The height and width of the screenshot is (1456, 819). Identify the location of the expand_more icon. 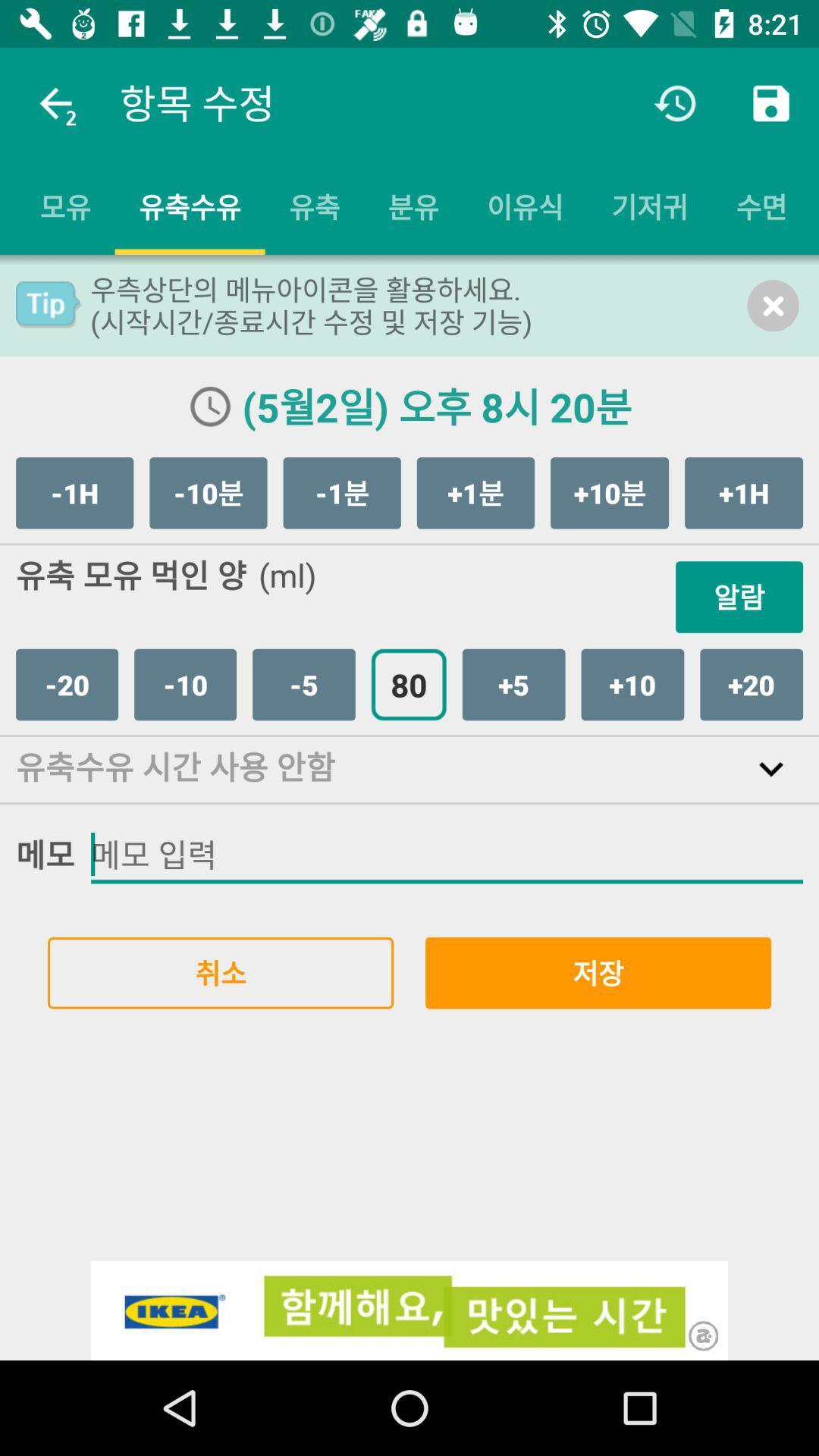
(771, 768).